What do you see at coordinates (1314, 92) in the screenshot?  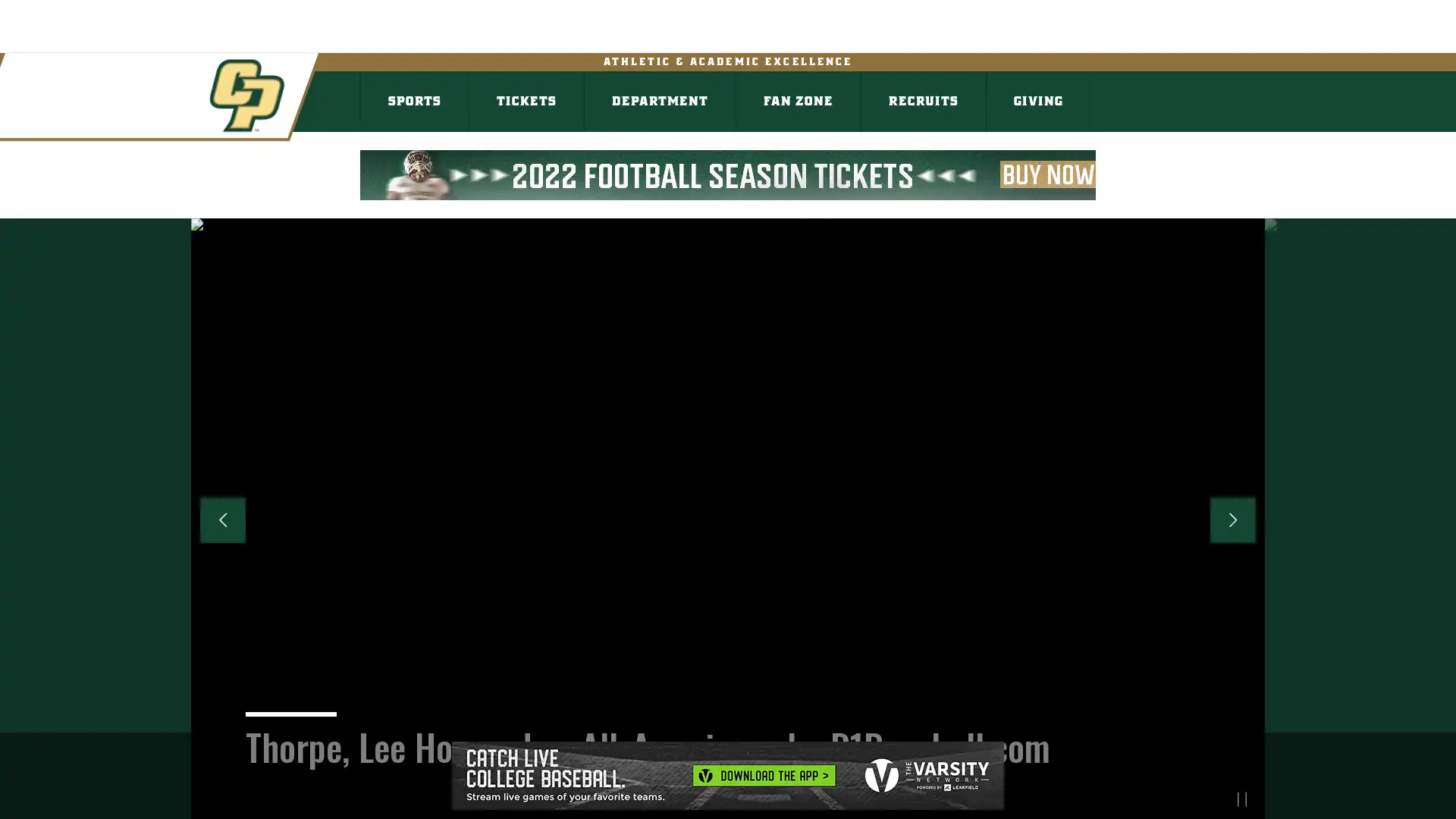 I see `Close video modal` at bounding box center [1314, 92].